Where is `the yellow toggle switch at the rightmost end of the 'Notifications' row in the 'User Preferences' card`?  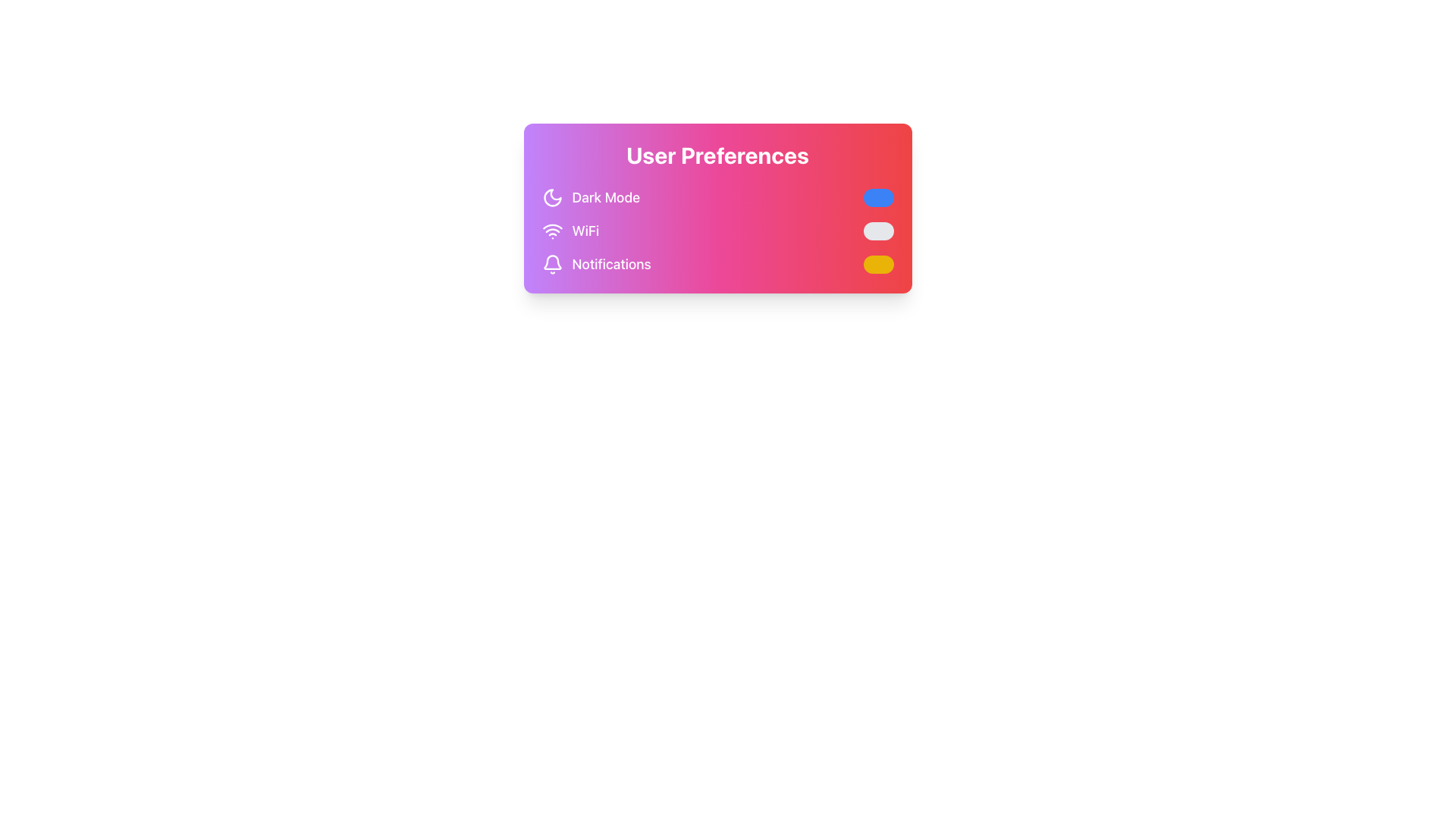
the yellow toggle switch at the rightmost end of the 'Notifications' row in the 'User Preferences' card is located at coordinates (878, 263).